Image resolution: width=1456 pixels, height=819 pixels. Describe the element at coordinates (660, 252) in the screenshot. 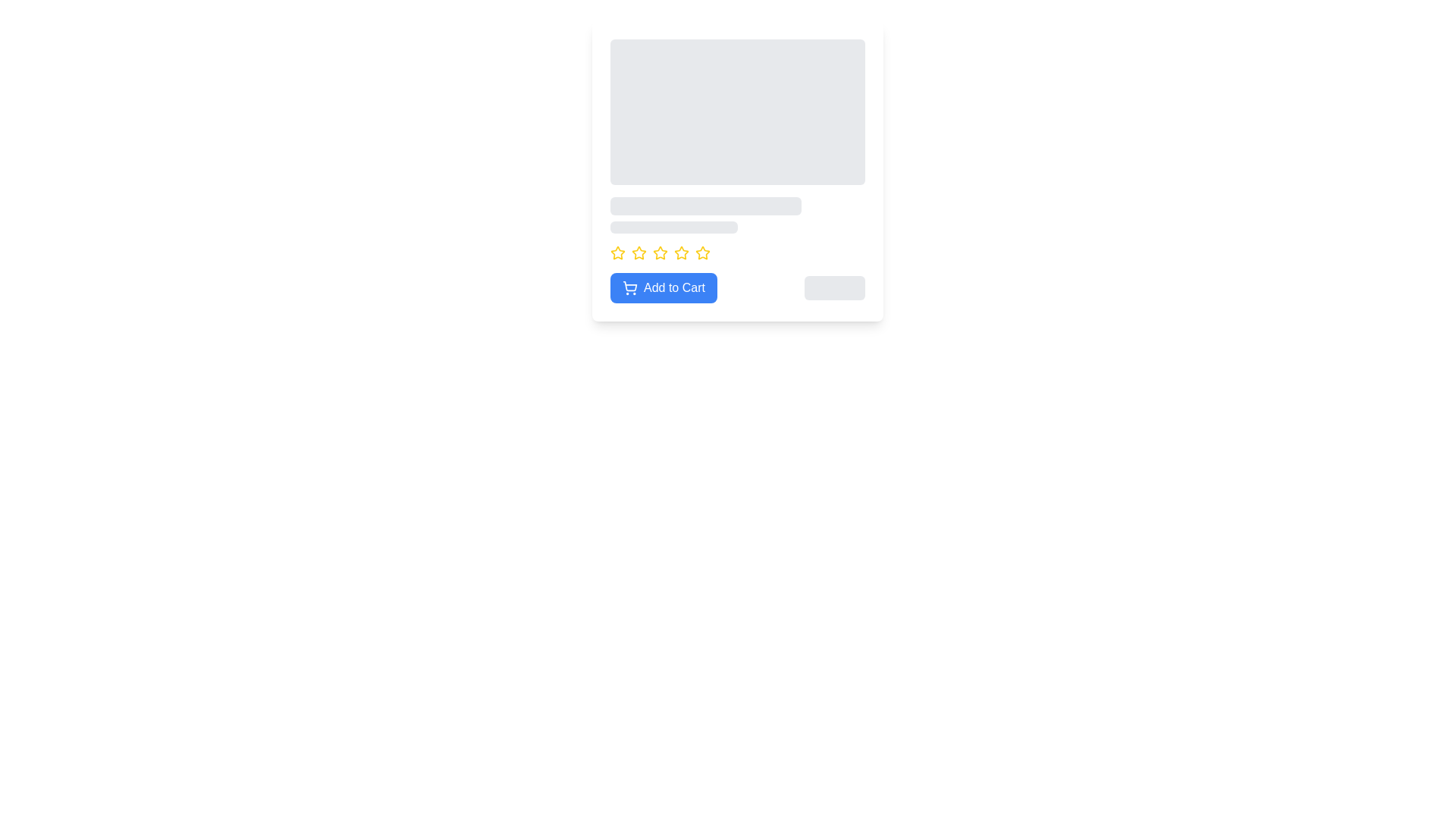

I see `the third star icon in the horizontal row of five stars` at that location.